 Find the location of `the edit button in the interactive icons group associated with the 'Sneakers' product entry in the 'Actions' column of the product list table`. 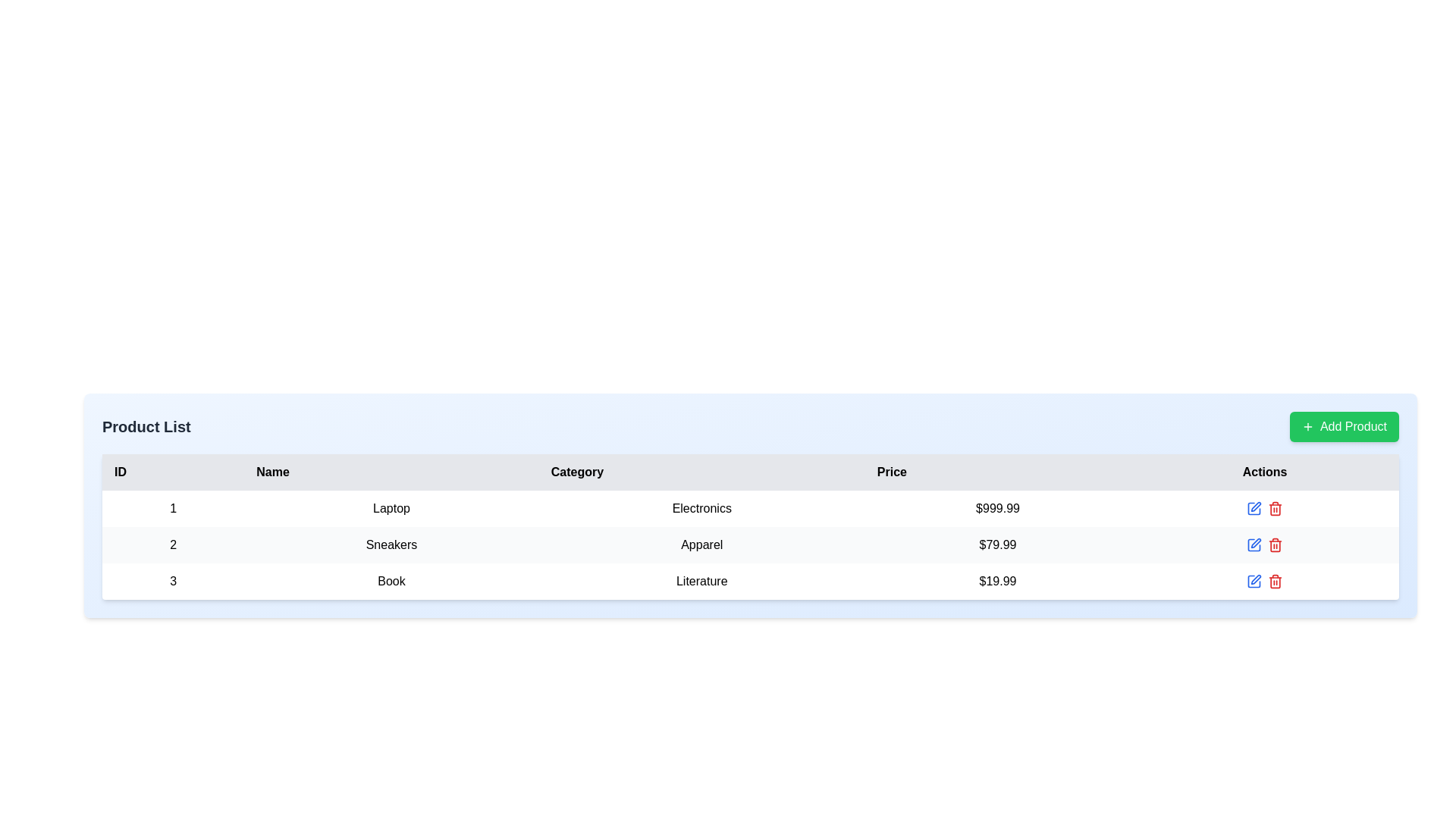

the edit button in the interactive icons group associated with the 'Sneakers' product entry in the 'Actions' column of the product list table is located at coordinates (1265, 544).